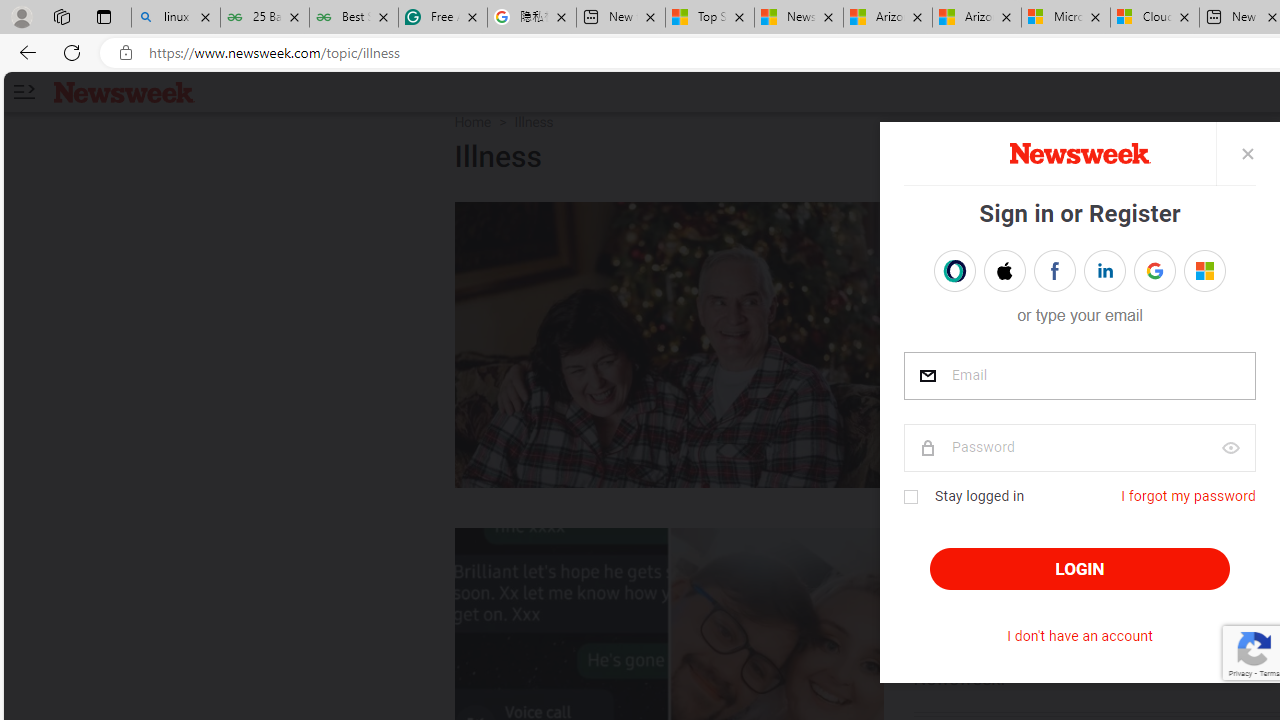 The image size is (1280, 720). What do you see at coordinates (953, 271) in the screenshot?
I see `'Sign in with OPENPASS'` at bounding box center [953, 271].